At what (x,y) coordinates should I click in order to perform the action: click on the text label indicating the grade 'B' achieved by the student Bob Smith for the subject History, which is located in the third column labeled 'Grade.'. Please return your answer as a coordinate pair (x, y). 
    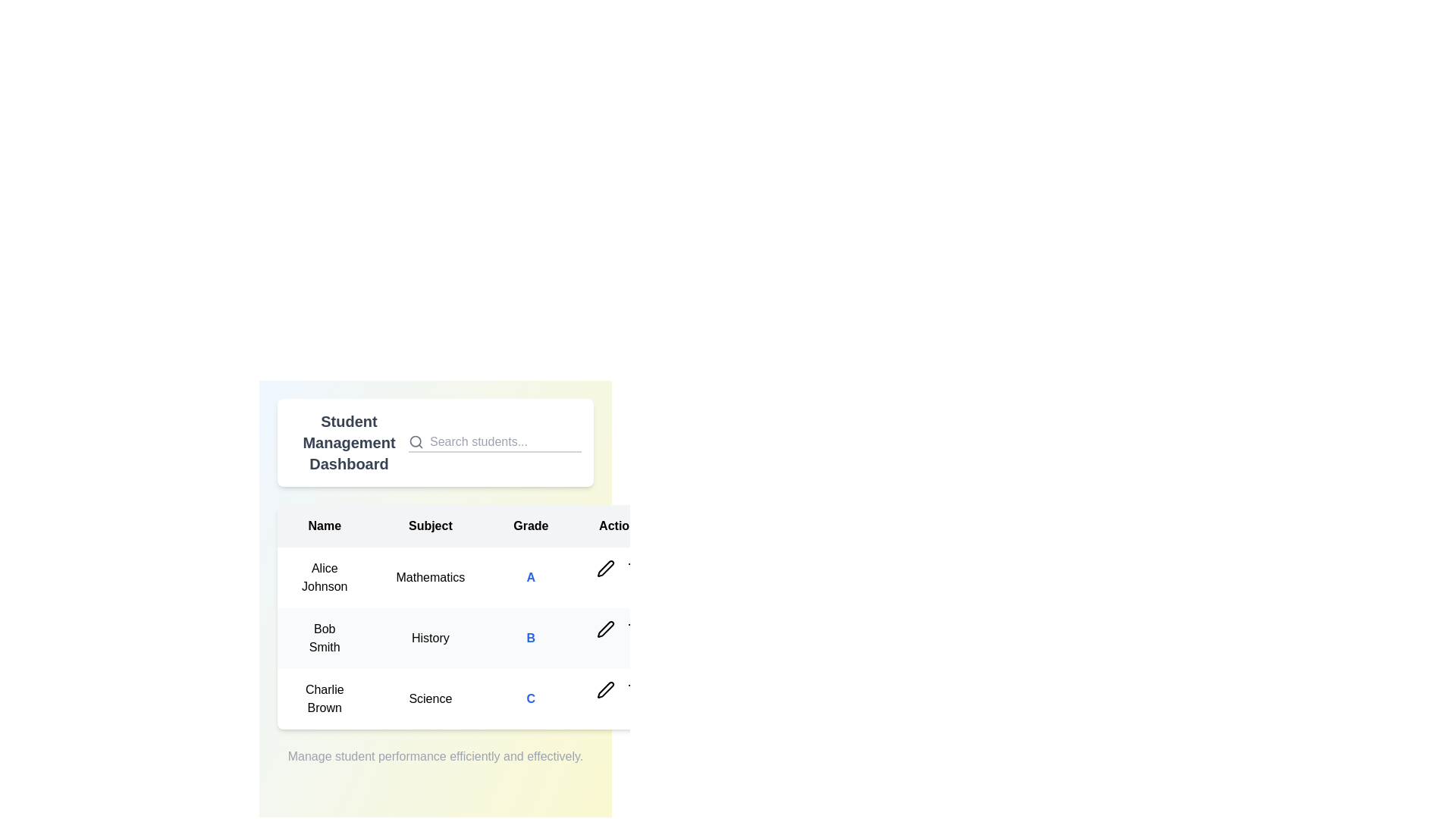
    Looking at the image, I should click on (531, 638).